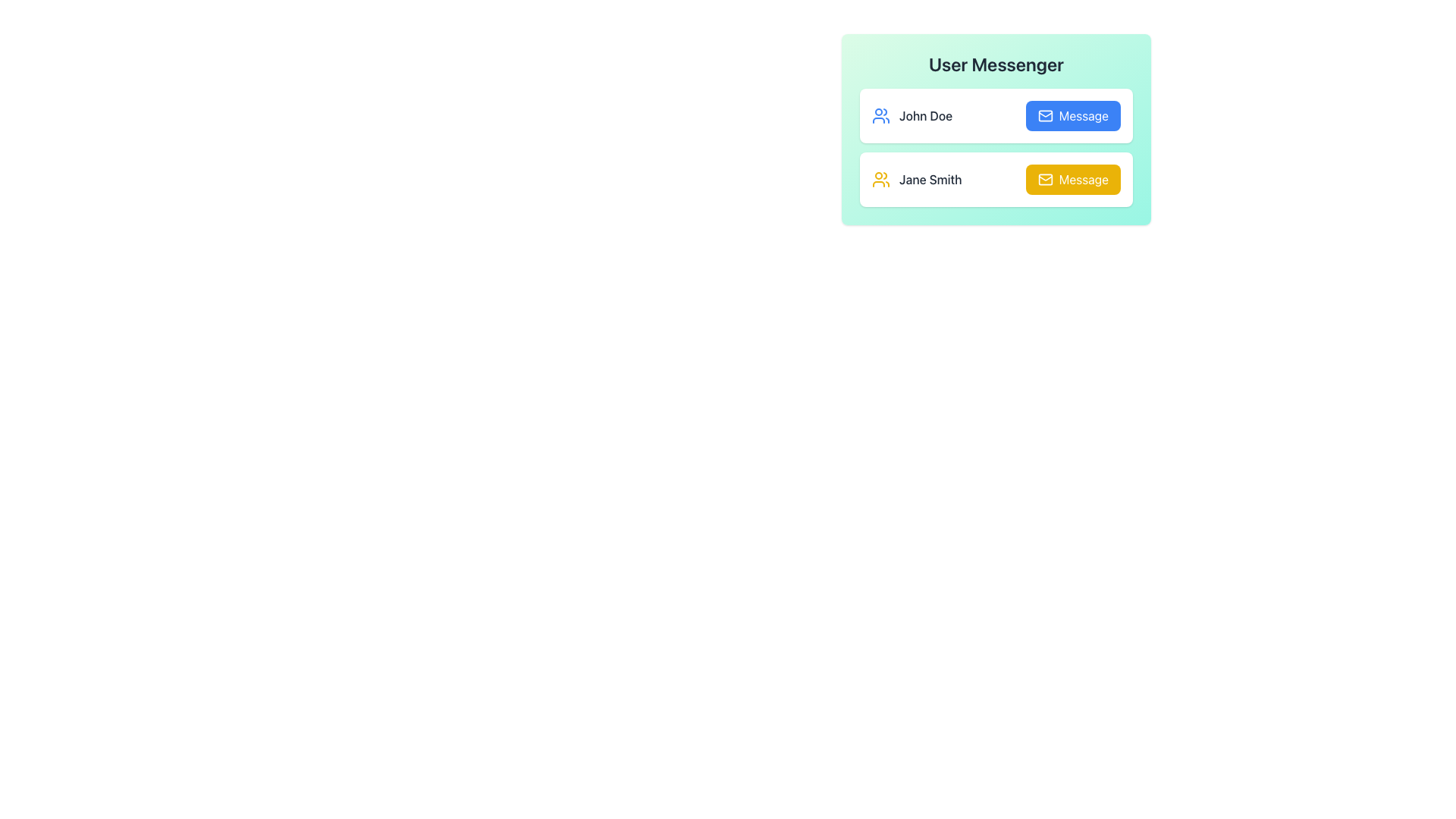  What do you see at coordinates (880, 178) in the screenshot?
I see `the small yellow icon depicting two stylized human figures, which is located next to the name 'Jane Smith'` at bounding box center [880, 178].